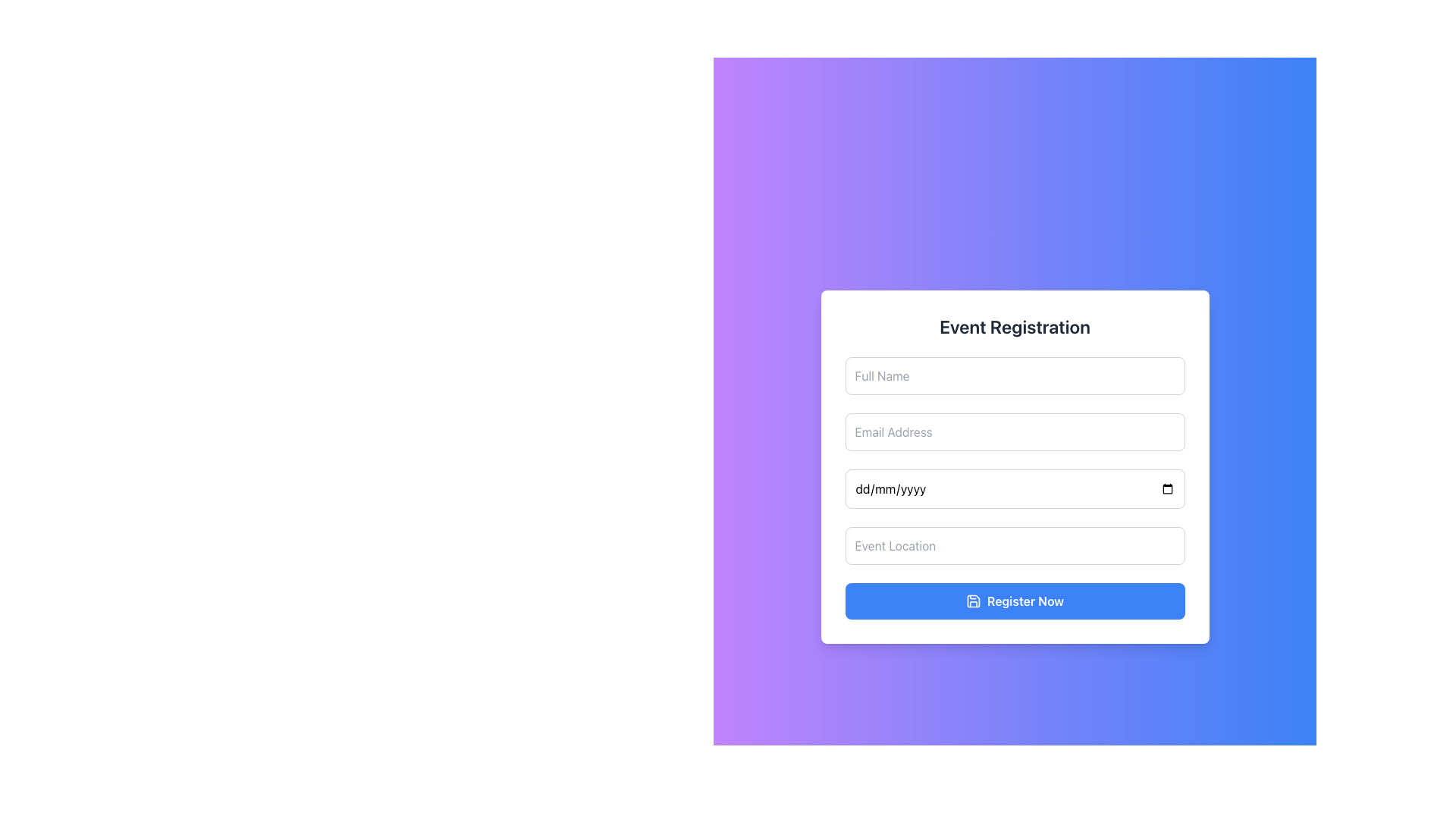  What do you see at coordinates (973, 601) in the screenshot?
I see `the save icon located to the left of the 'Register Now' button to enhance user understanding of the button's function` at bounding box center [973, 601].